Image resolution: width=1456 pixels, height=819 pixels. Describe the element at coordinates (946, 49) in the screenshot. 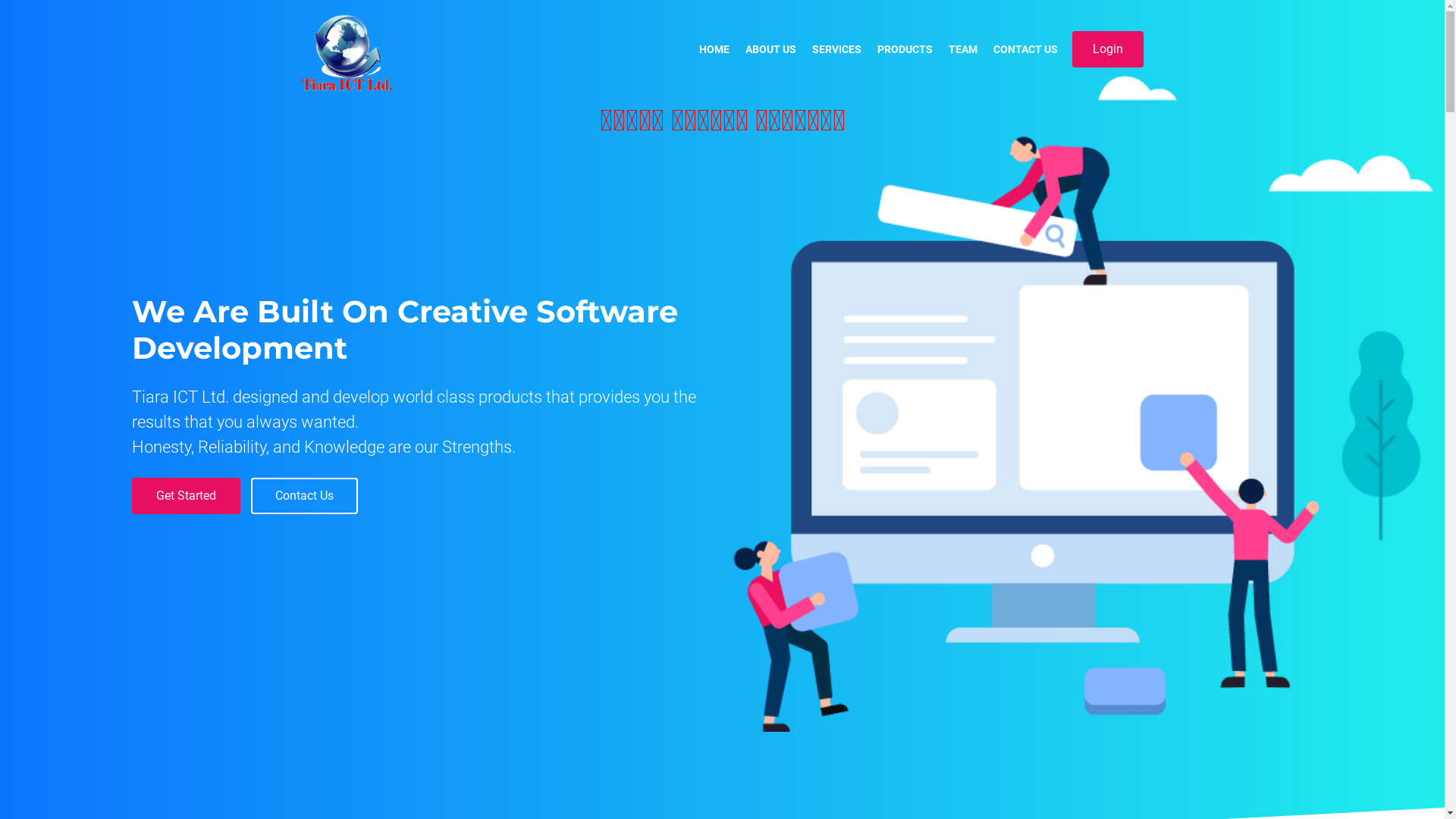

I see `'TEAM'` at that location.